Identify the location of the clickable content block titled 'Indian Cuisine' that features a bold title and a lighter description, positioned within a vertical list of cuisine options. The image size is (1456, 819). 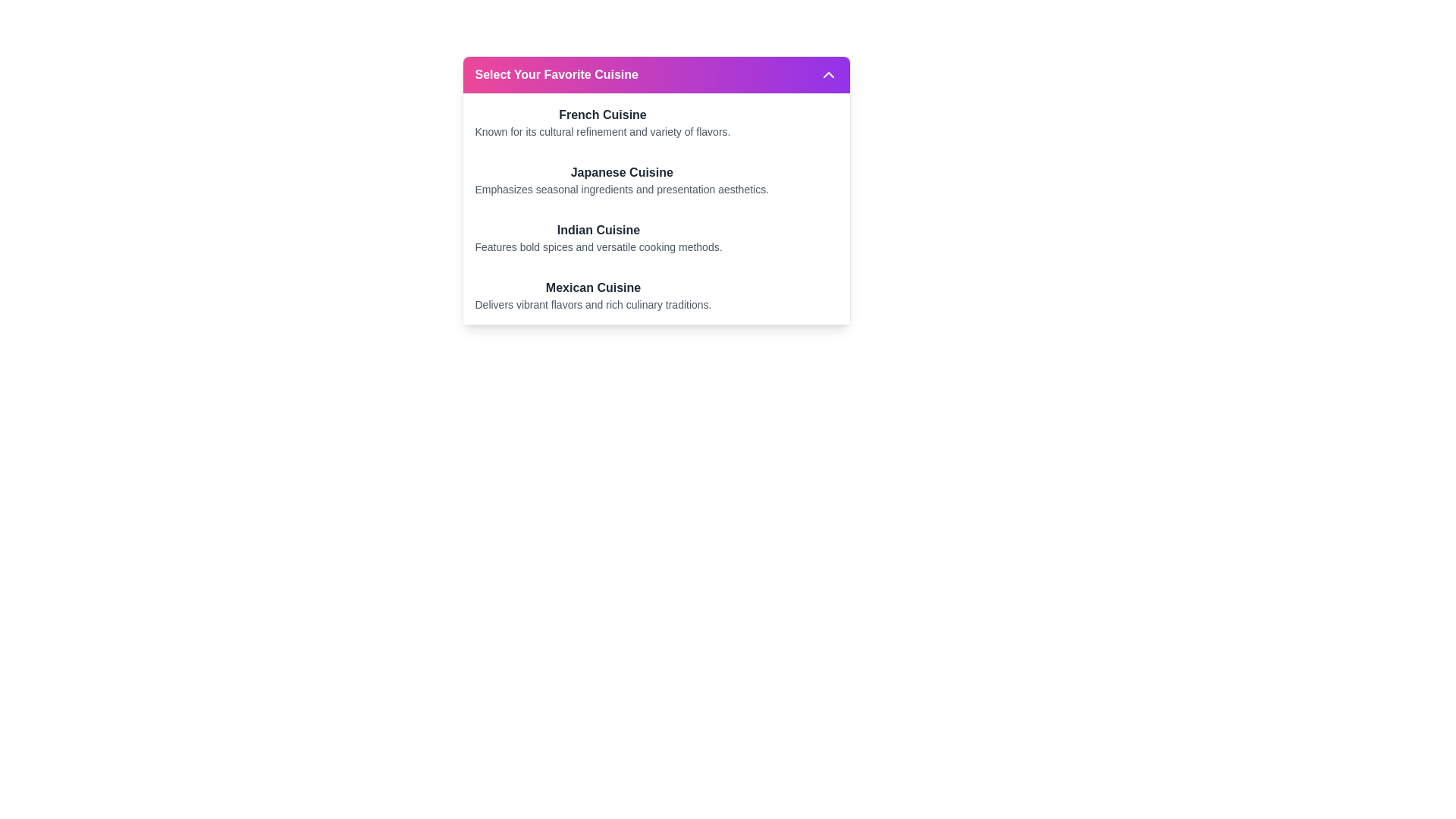
(656, 237).